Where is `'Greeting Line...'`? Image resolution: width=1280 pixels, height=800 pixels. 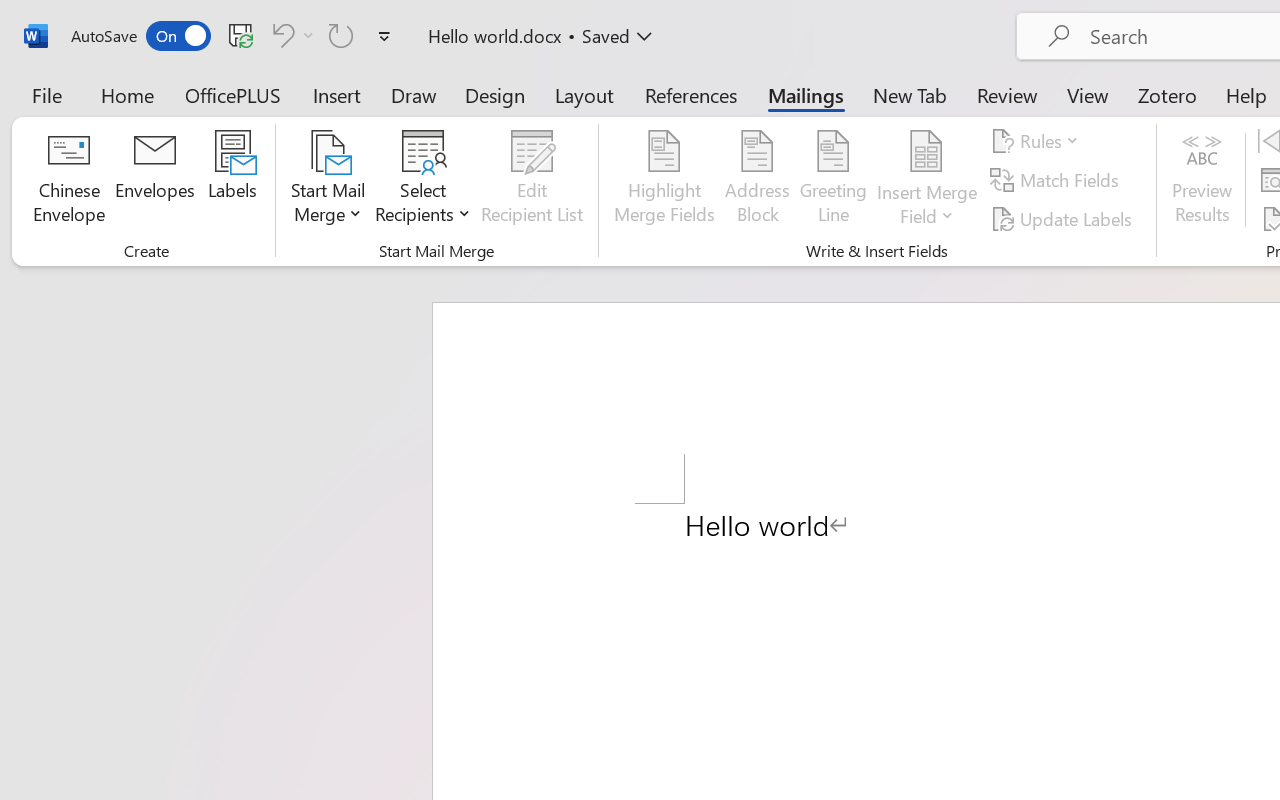 'Greeting Line...' is located at coordinates (833, 179).